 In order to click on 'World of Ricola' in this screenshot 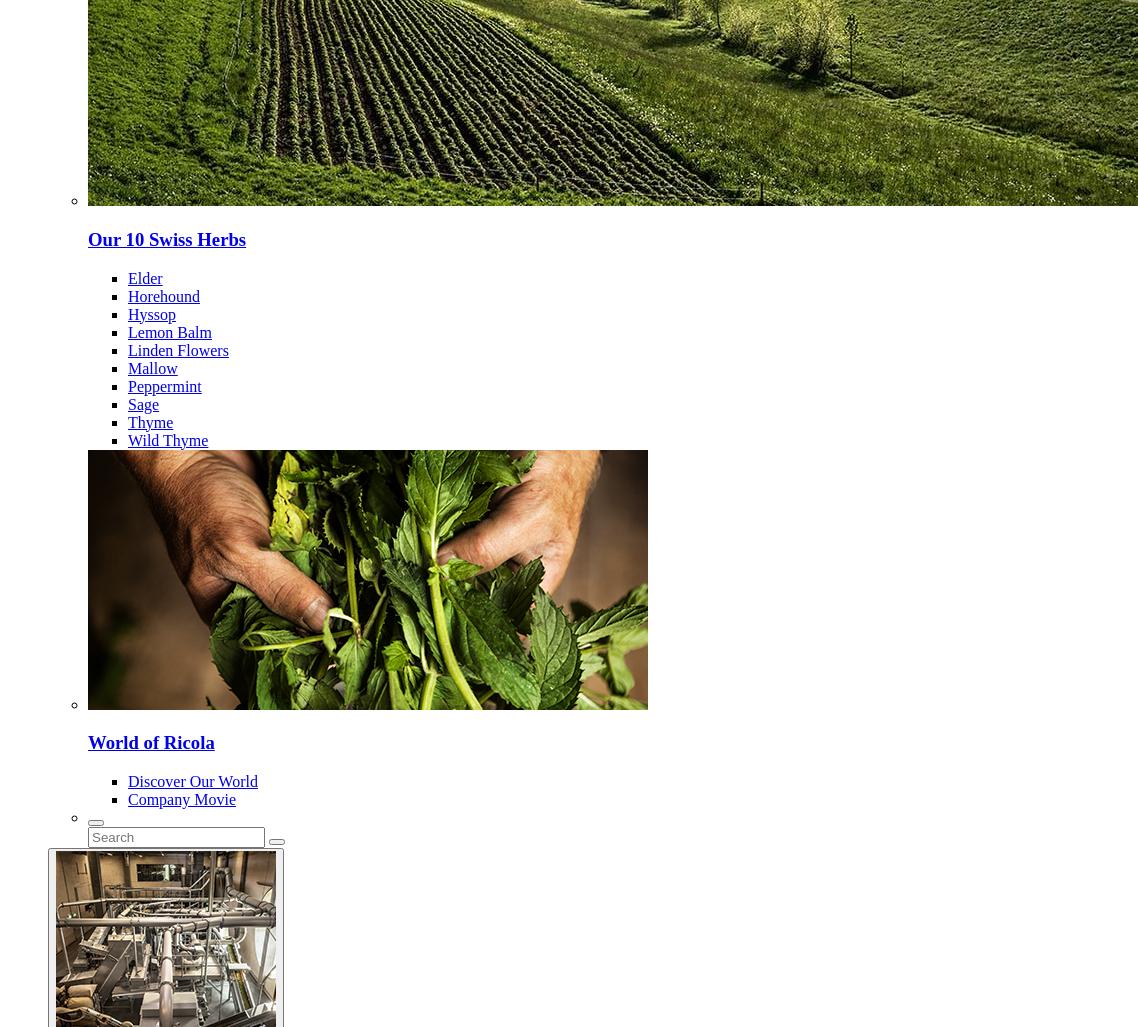, I will do `click(151, 742)`.